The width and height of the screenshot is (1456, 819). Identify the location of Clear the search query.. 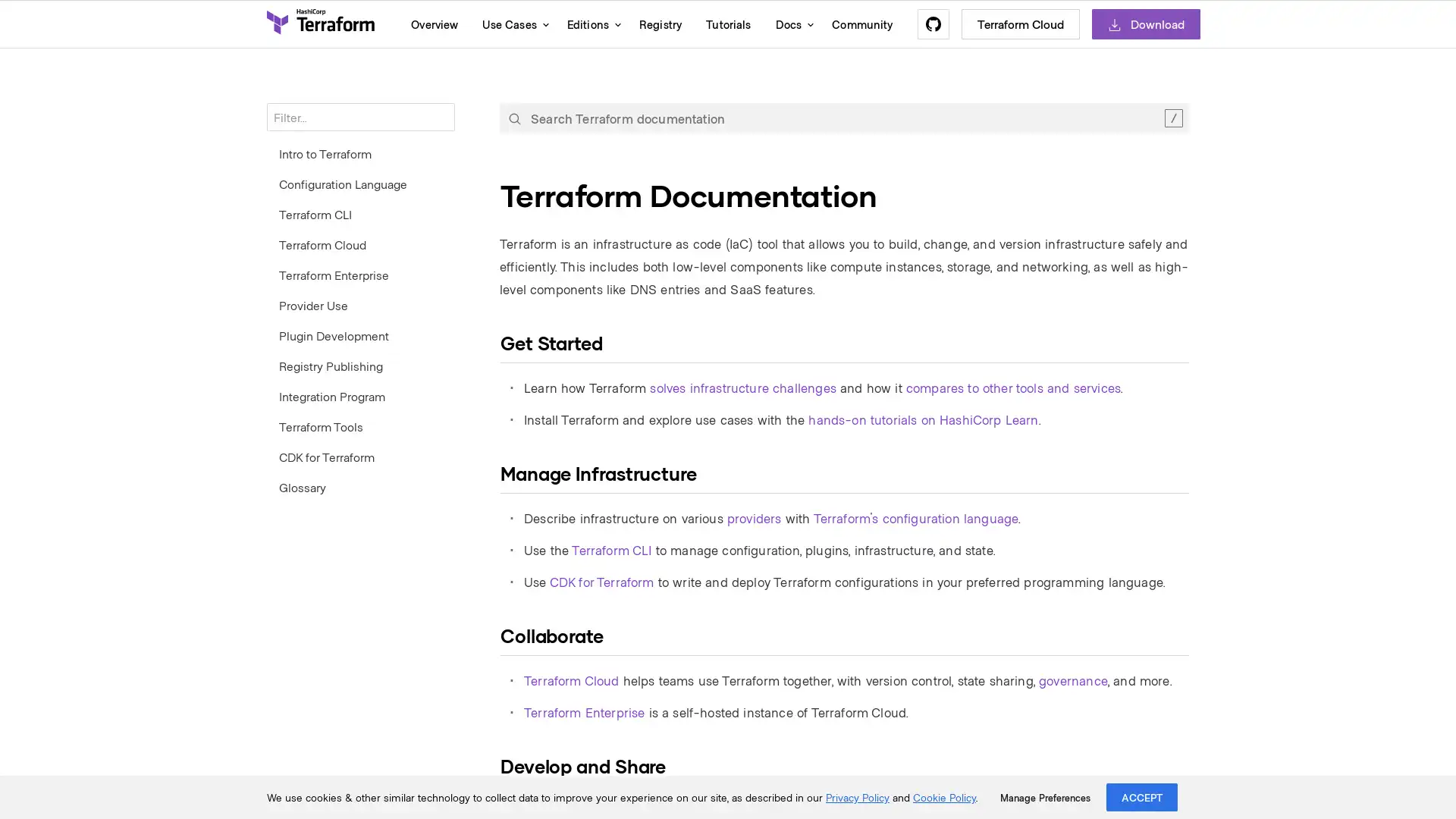
(1172, 117).